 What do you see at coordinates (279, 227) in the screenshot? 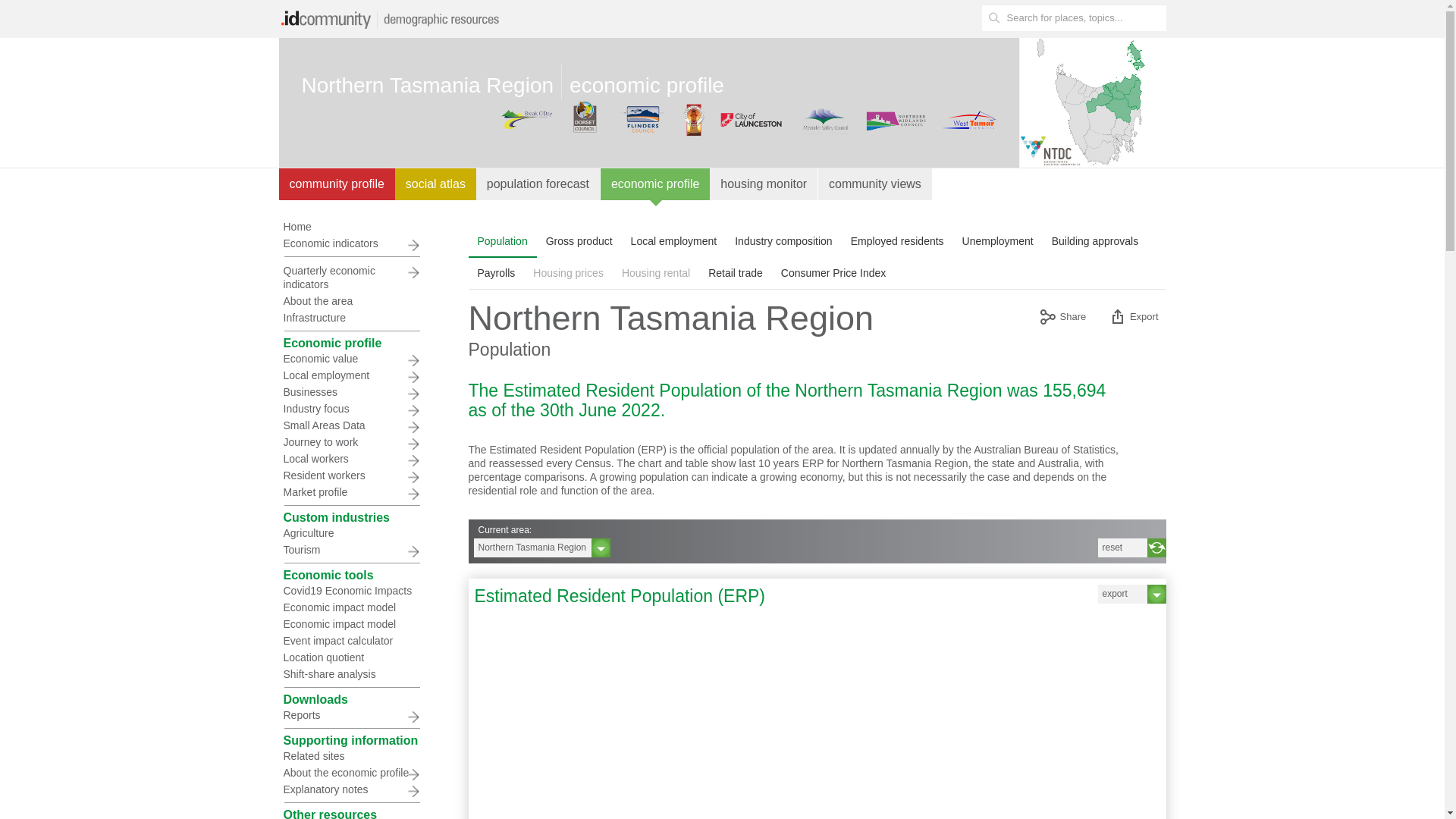
I see `'Home'` at bounding box center [279, 227].